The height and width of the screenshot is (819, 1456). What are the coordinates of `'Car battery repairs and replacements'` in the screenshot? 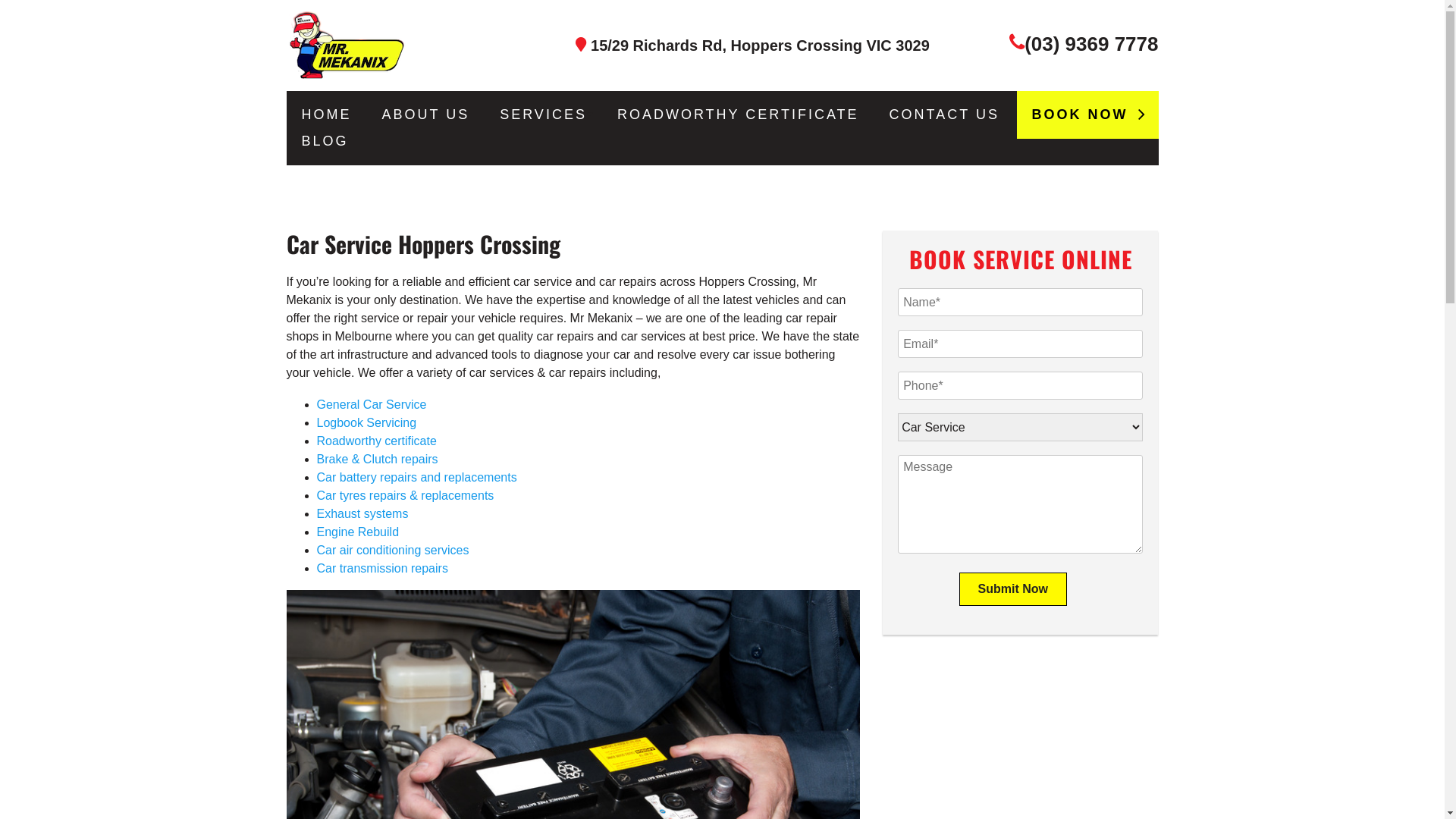 It's located at (417, 476).